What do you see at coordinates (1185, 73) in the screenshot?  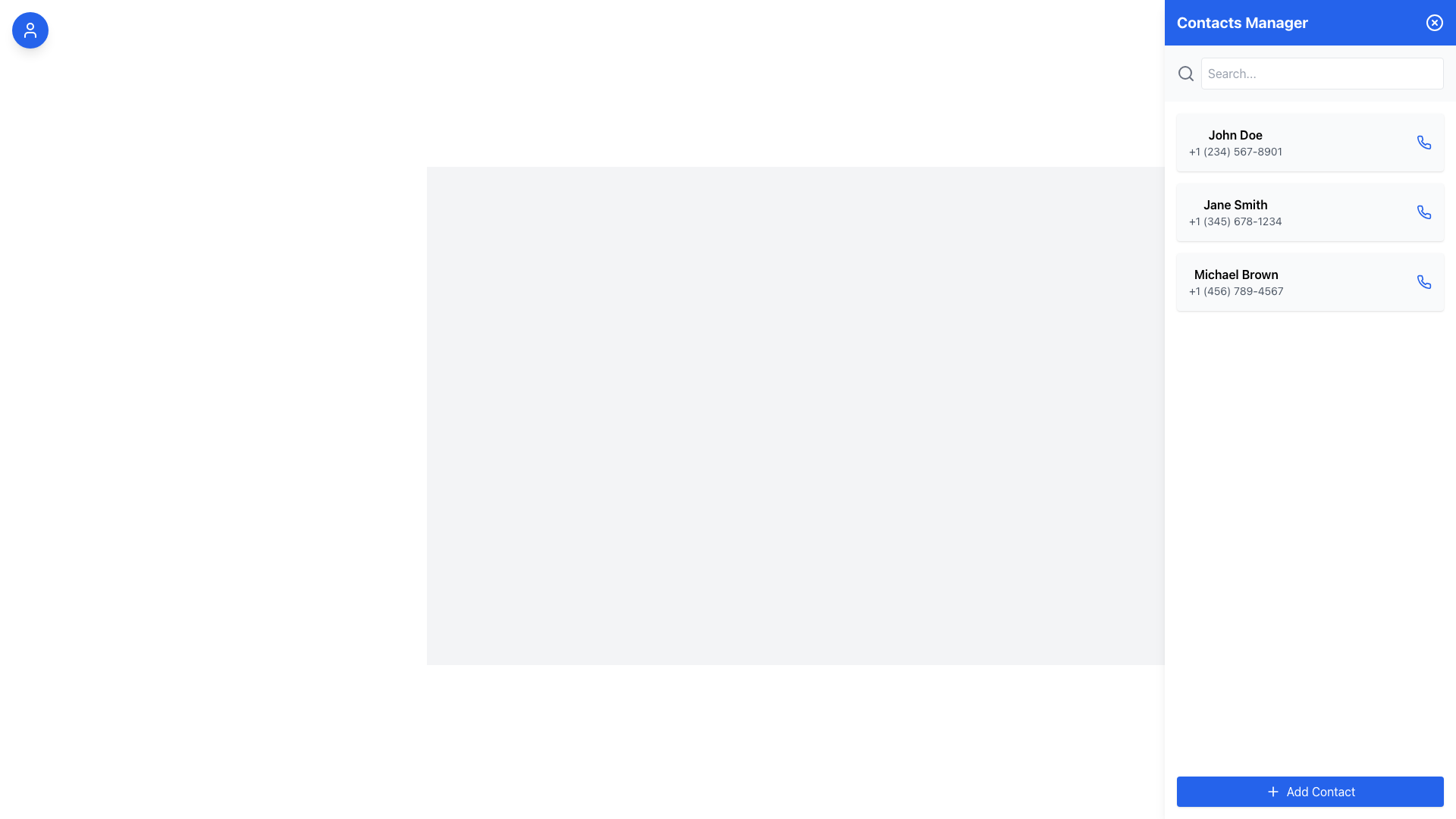 I see `the search icon represented by a magnifying glass, which is styled in gray and located to the left of the 'Search...' text input field` at bounding box center [1185, 73].